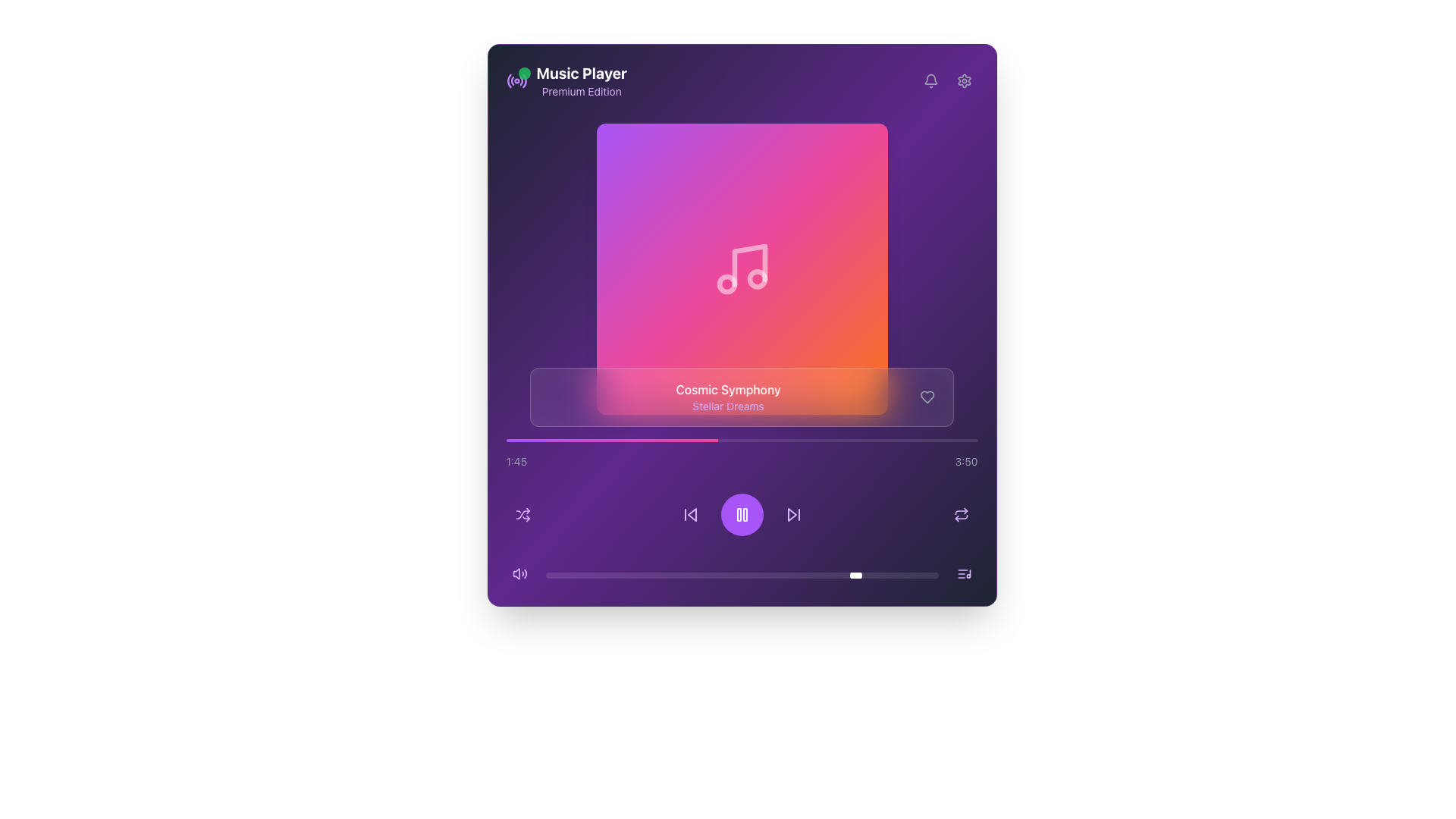 The image size is (1456, 819). I want to click on the slider, so click(934, 576).